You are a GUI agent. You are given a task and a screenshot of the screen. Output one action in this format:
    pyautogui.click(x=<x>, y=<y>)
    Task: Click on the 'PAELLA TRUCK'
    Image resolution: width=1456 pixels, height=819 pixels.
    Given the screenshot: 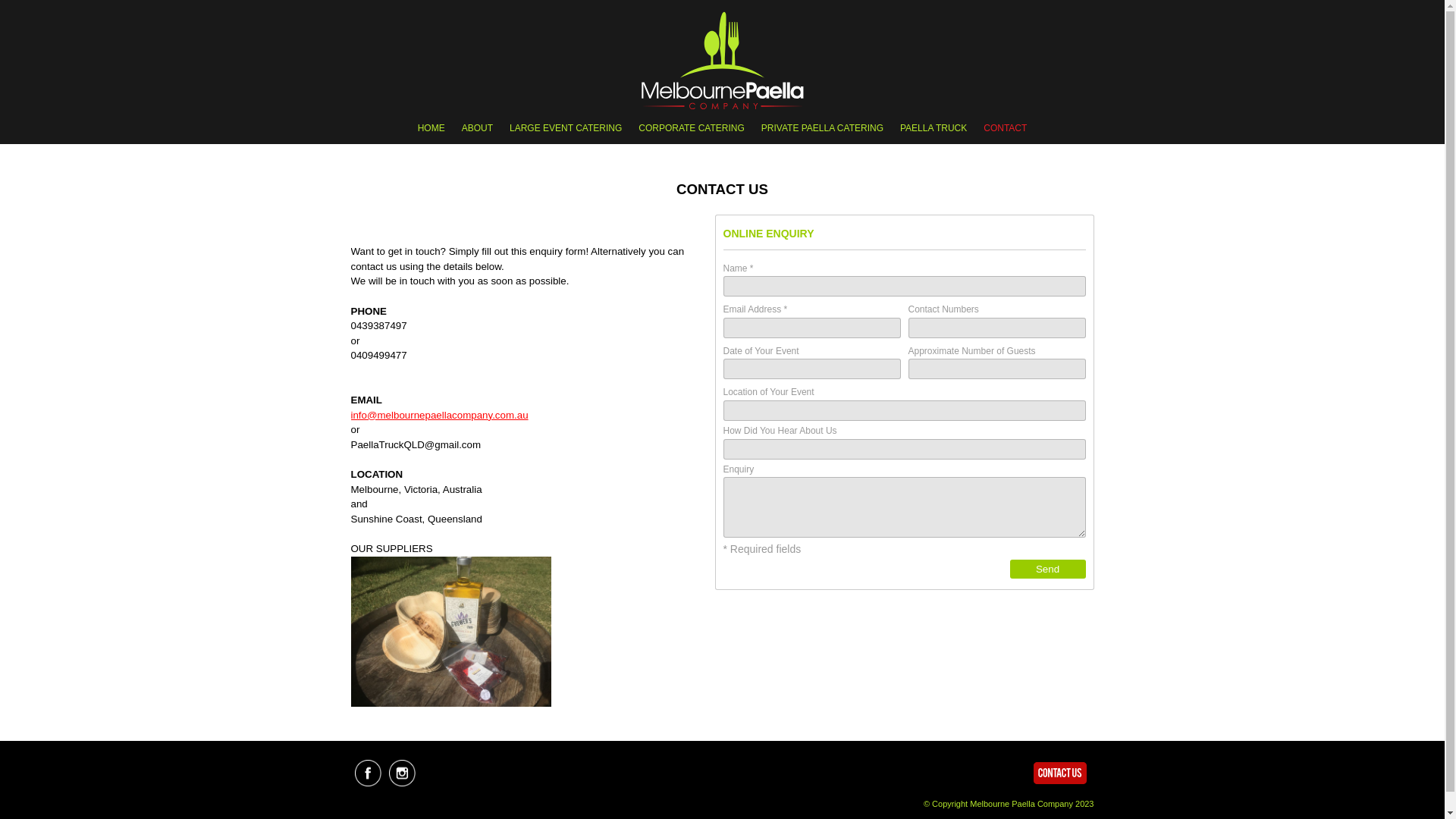 What is the action you would take?
    pyautogui.click(x=932, y=127)
    